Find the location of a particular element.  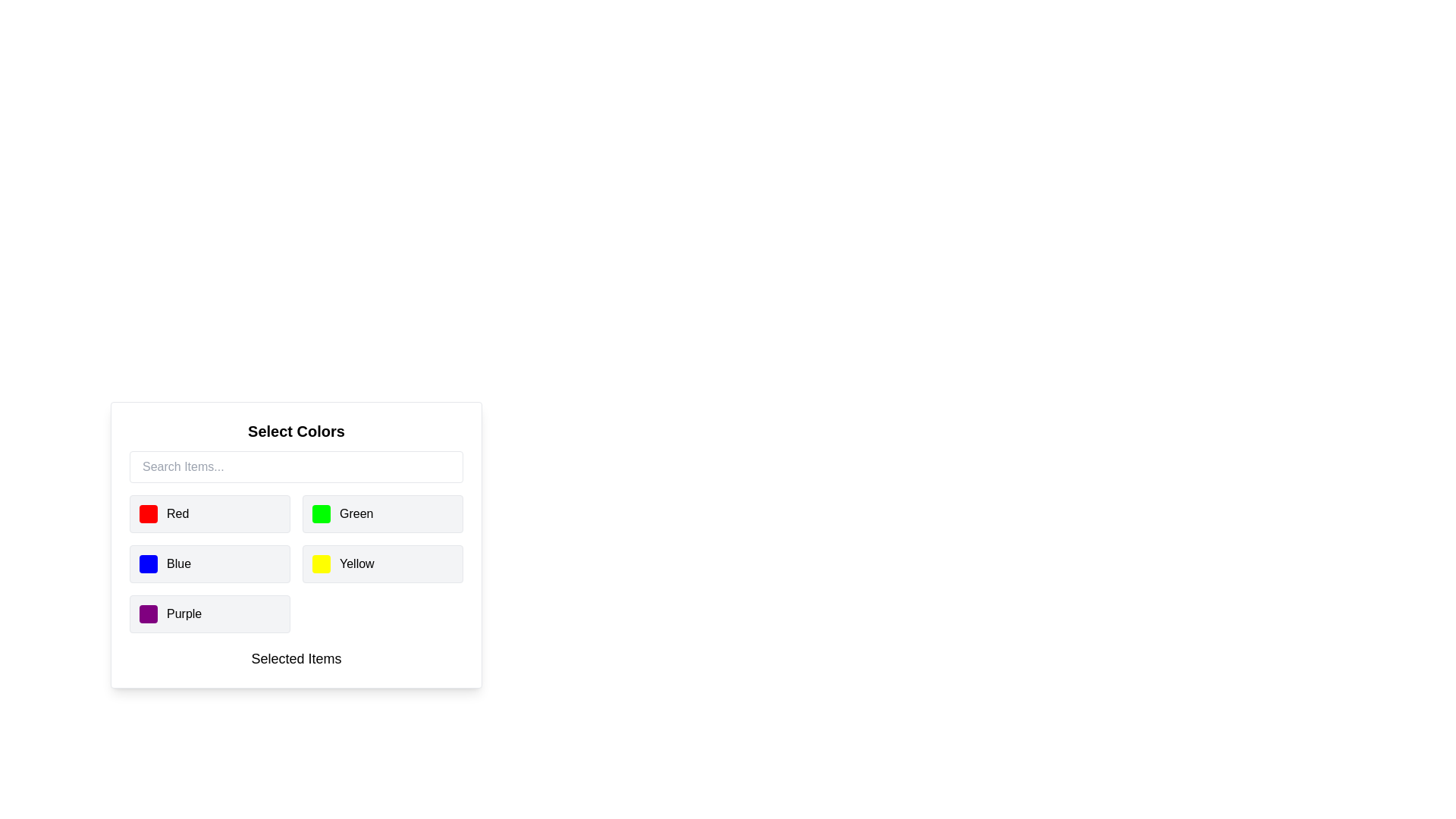

the grid of selectable items containing five color options (Red, Green, Blue, Yellow, and Purple) is located at coordinates (296, 564).